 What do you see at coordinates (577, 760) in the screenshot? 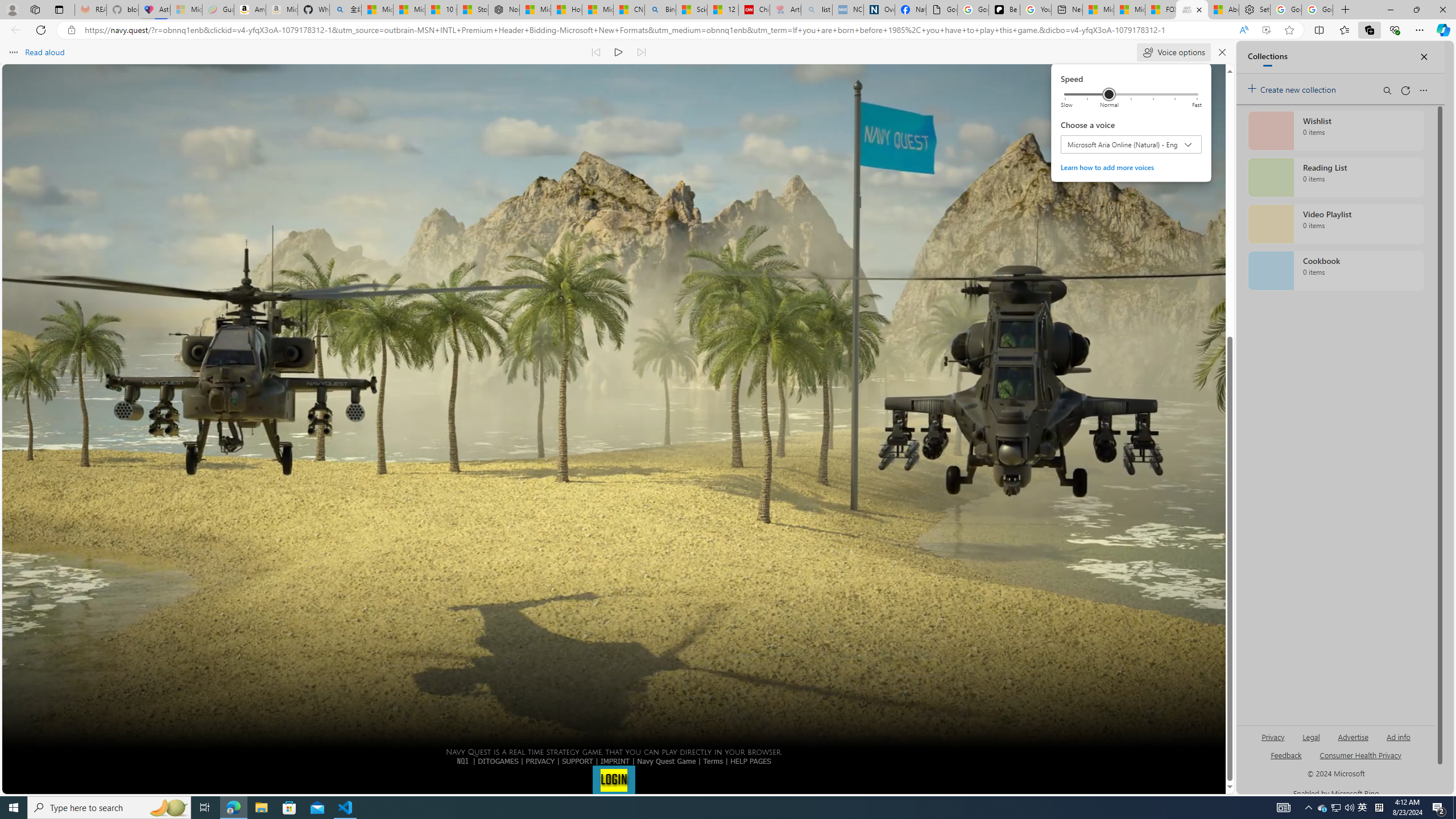
I see `'SUPPORT'` at bounding box center [577, 760].